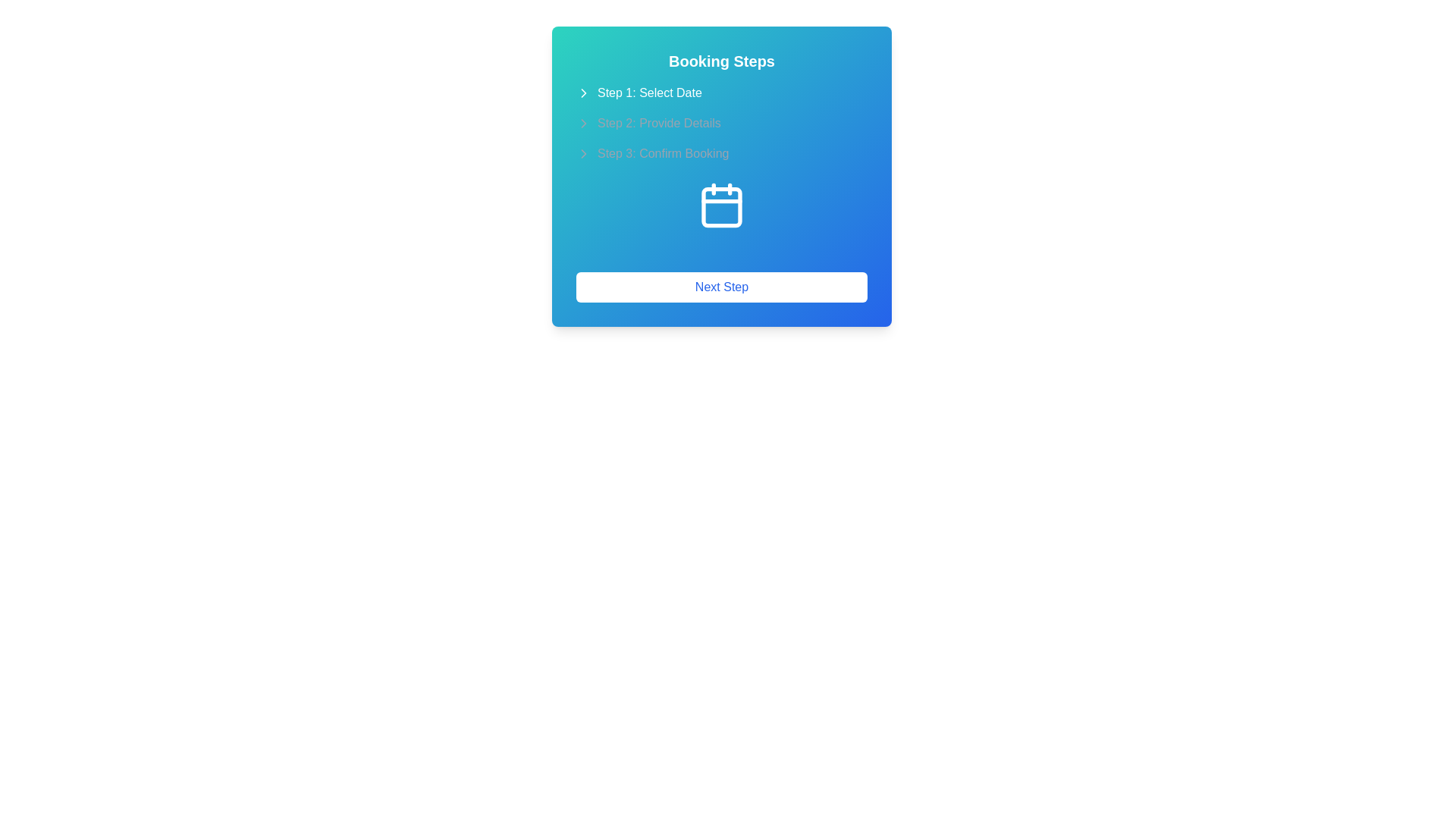 The image size is (1456, 819). I want to click on the third step, so click(720, 154).